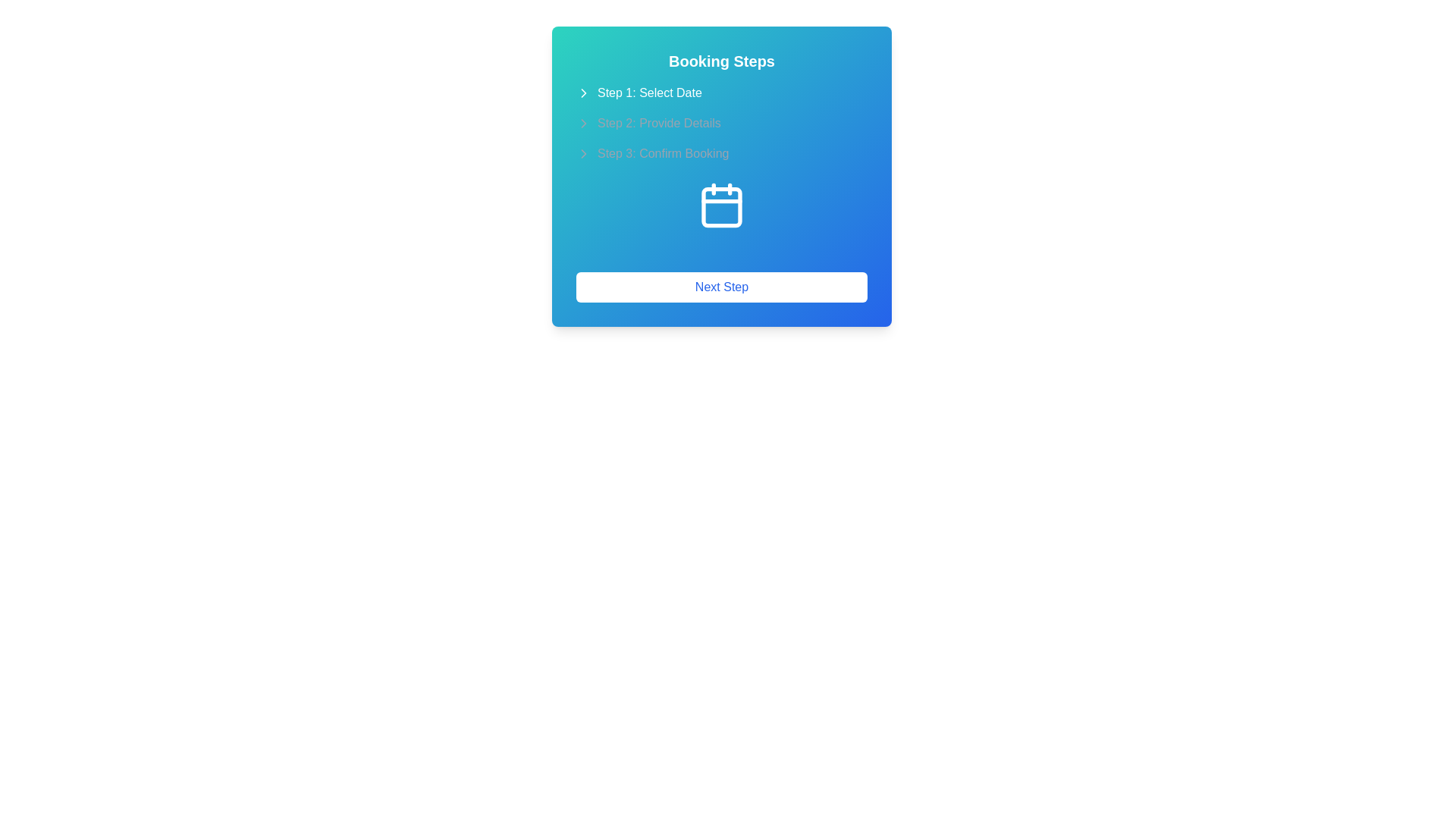 The image size is (1456, 819). I want to click on the third step, so click(720, 154).